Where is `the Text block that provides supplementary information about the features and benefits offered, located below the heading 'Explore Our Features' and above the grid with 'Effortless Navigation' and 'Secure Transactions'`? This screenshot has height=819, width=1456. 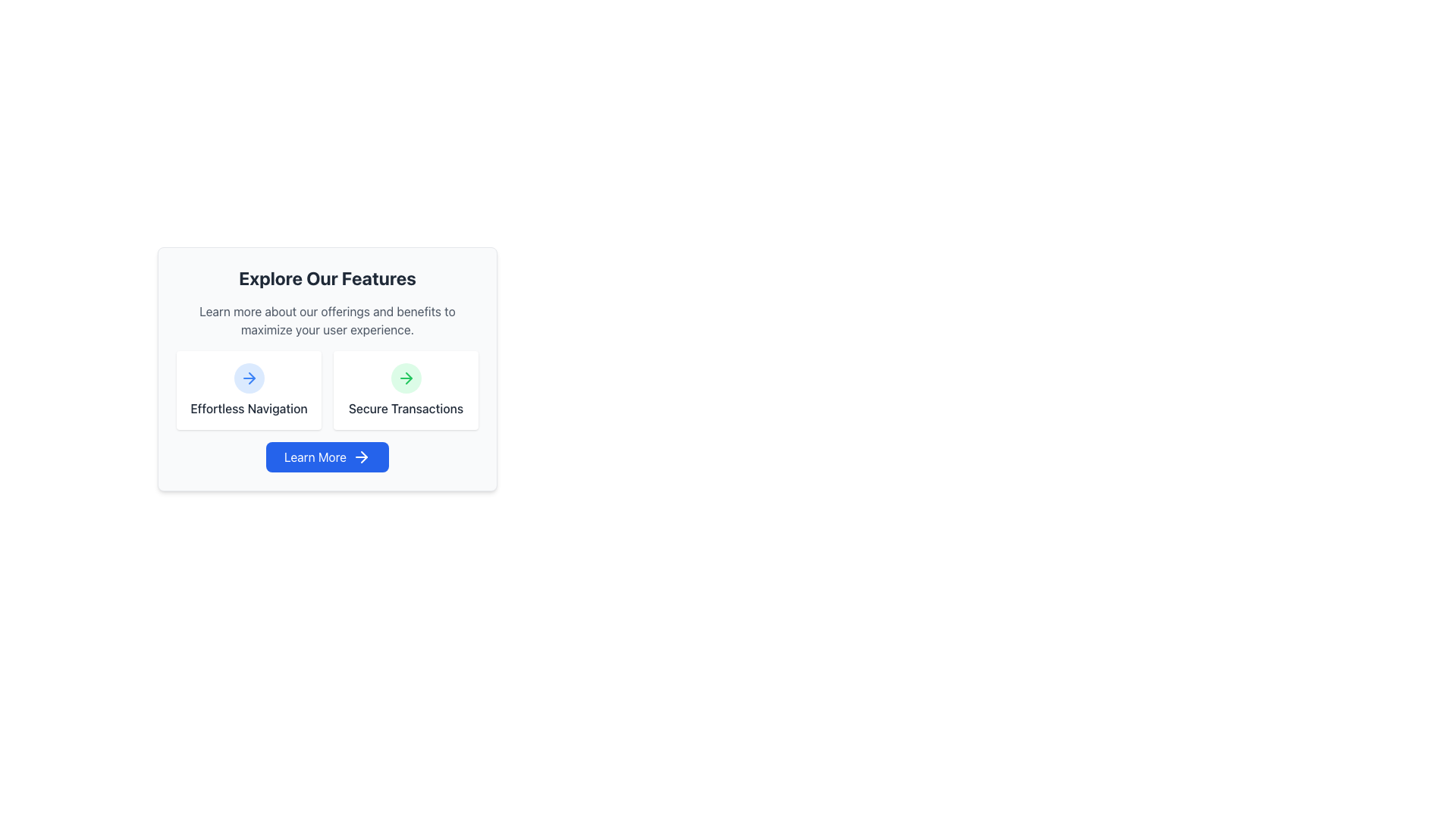 the Text block that provides supplementary information about the features and benefits offered, located below the heading 'Explore Our Features' and above the grid with 'Effortless Navigation' and 'Secure Transactions' is located at coordinates (327, 320).